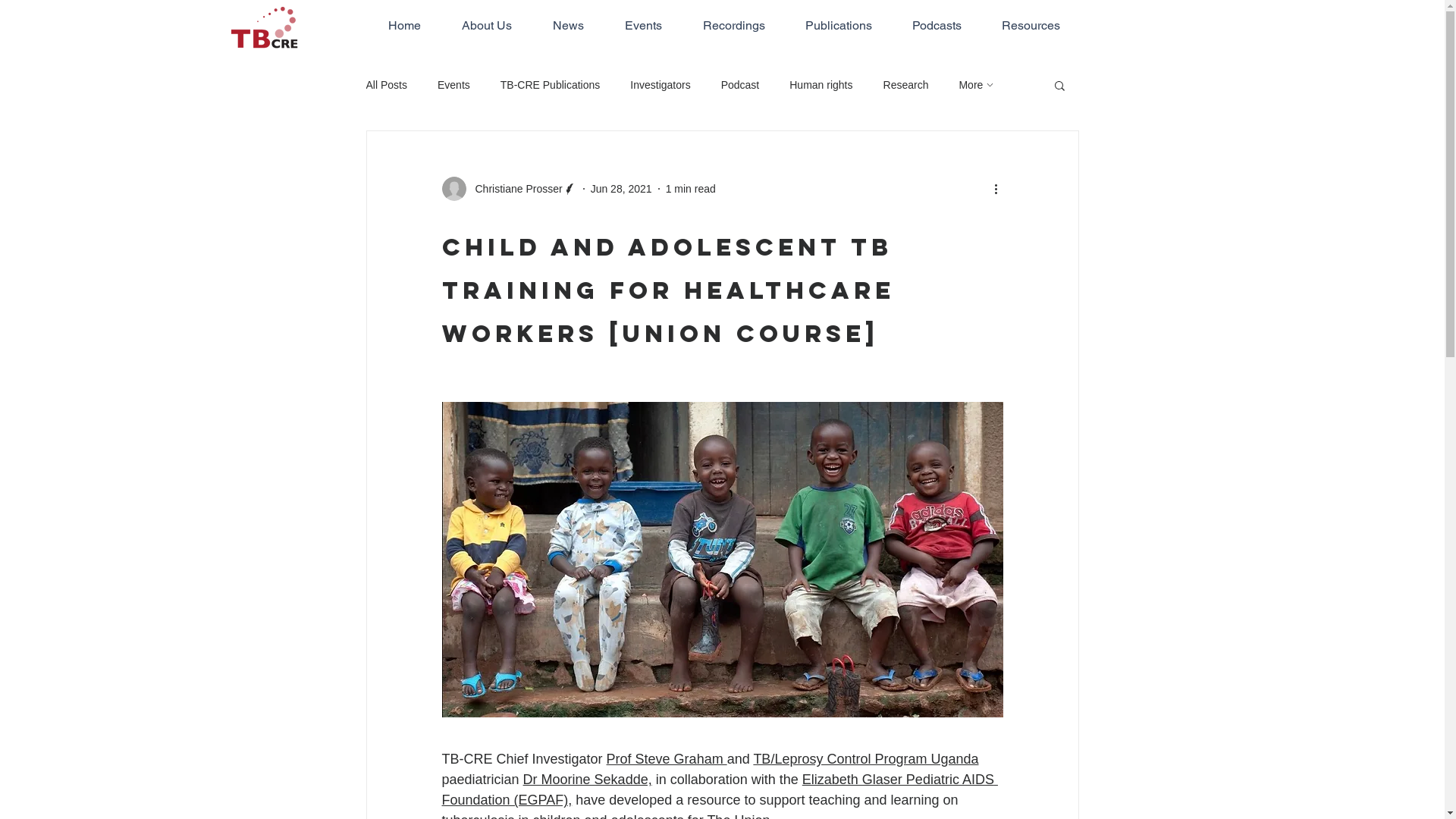  I want to click on 'Events', so click(436, 84).